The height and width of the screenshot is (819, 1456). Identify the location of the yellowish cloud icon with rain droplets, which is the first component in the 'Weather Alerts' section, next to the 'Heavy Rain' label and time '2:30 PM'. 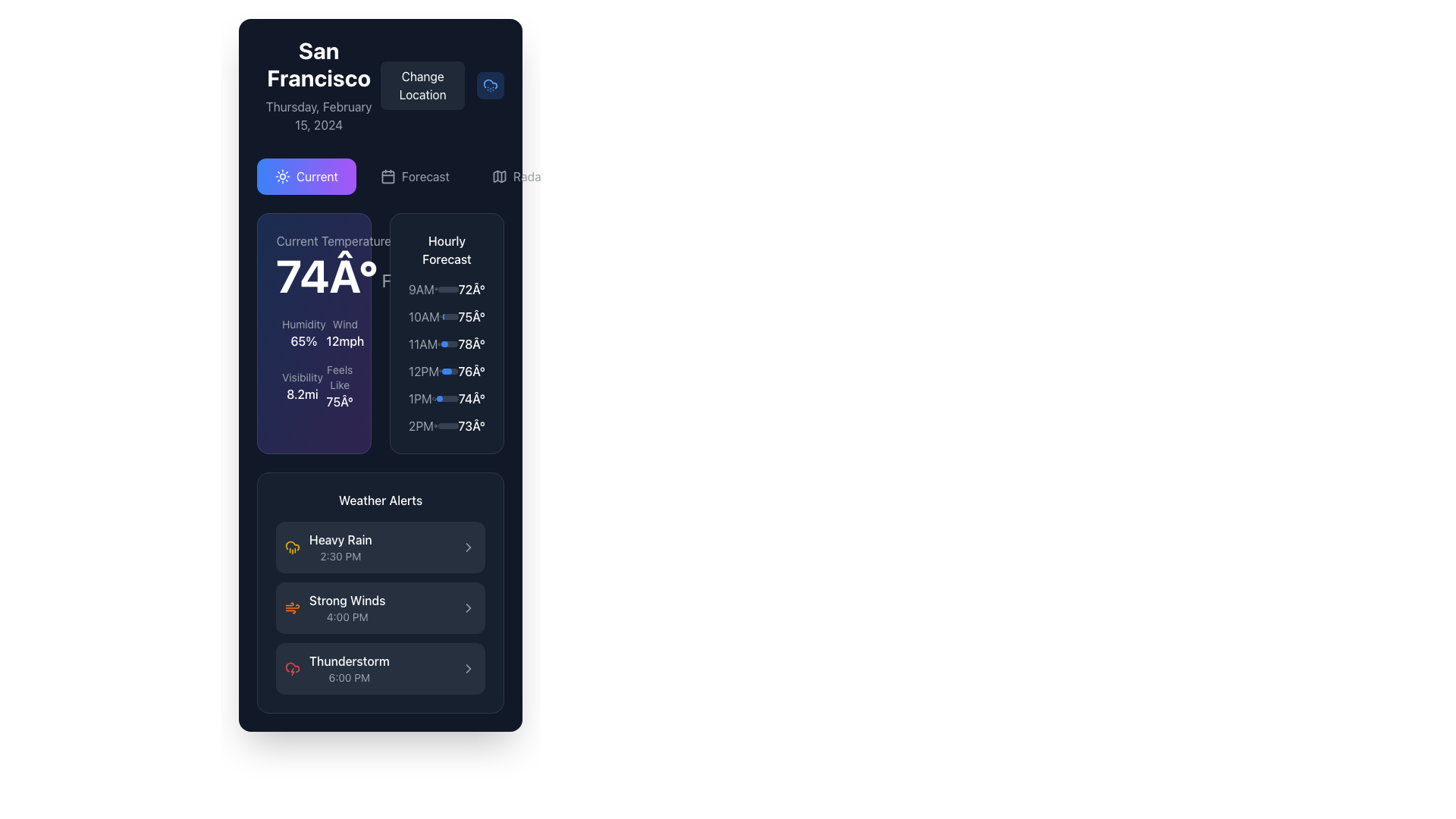
(292, 547).